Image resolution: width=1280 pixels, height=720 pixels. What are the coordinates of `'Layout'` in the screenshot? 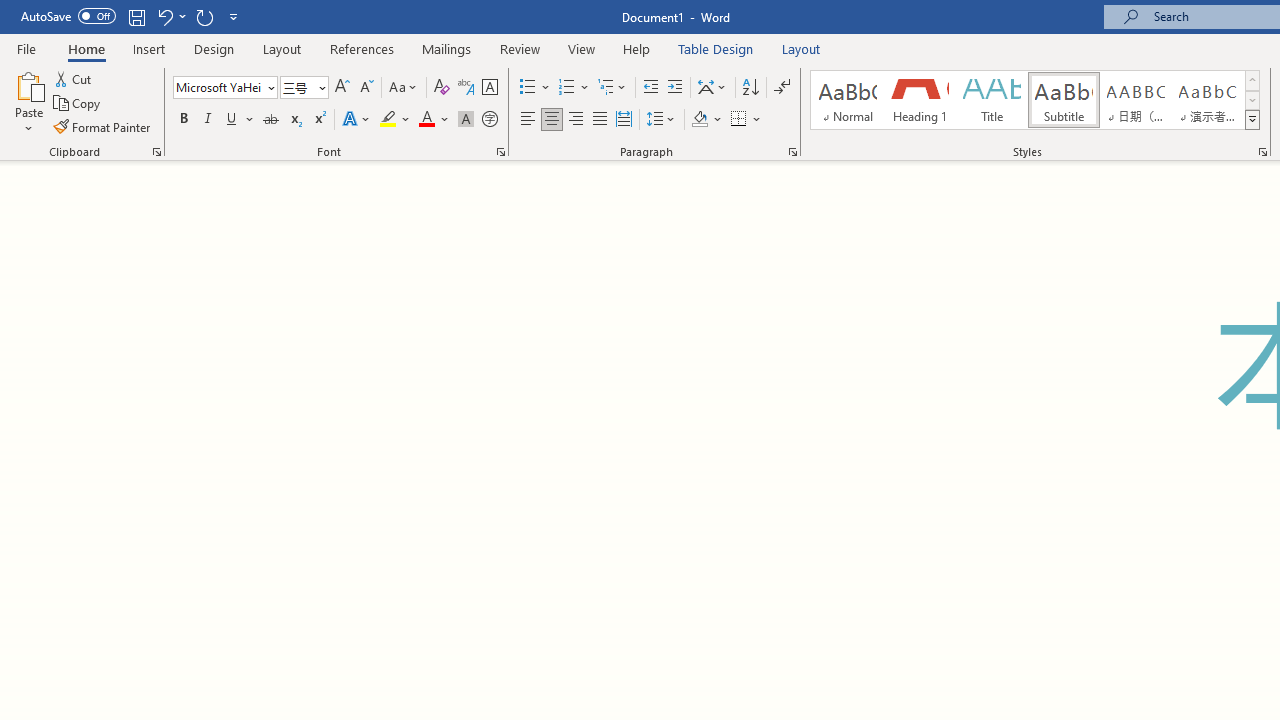 It's located at (801, 48).